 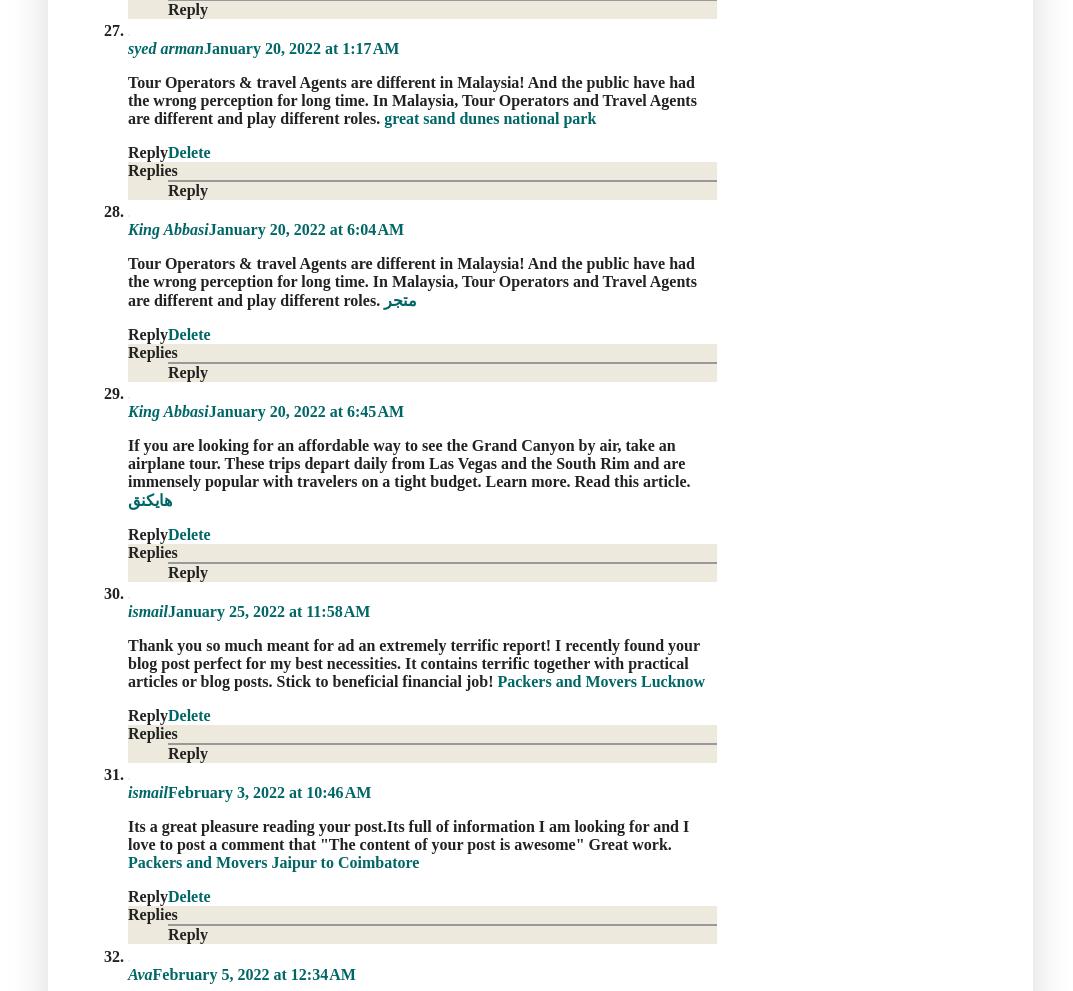 I want to click on 'February 3, 2022 at 10:46 AM', so click(x=268, y=792).